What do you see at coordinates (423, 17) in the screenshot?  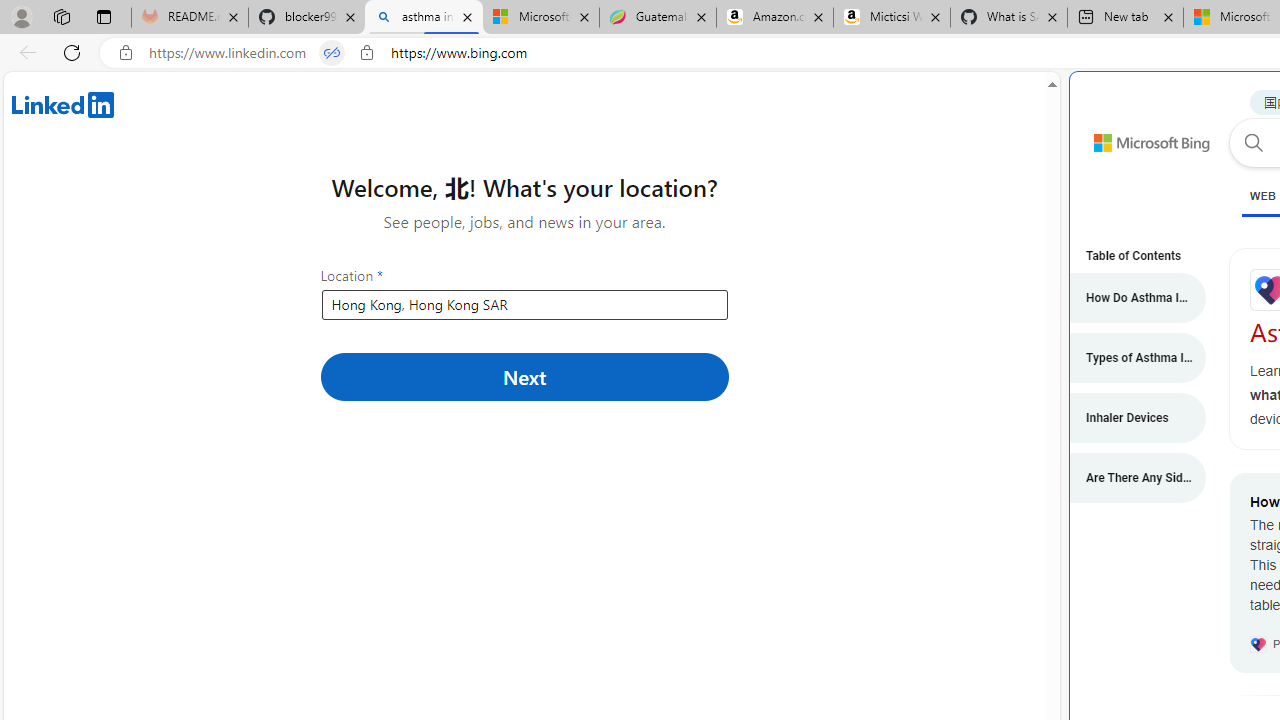 I see `'asthma inhaler - Search'` at bounding box center [423, 17].